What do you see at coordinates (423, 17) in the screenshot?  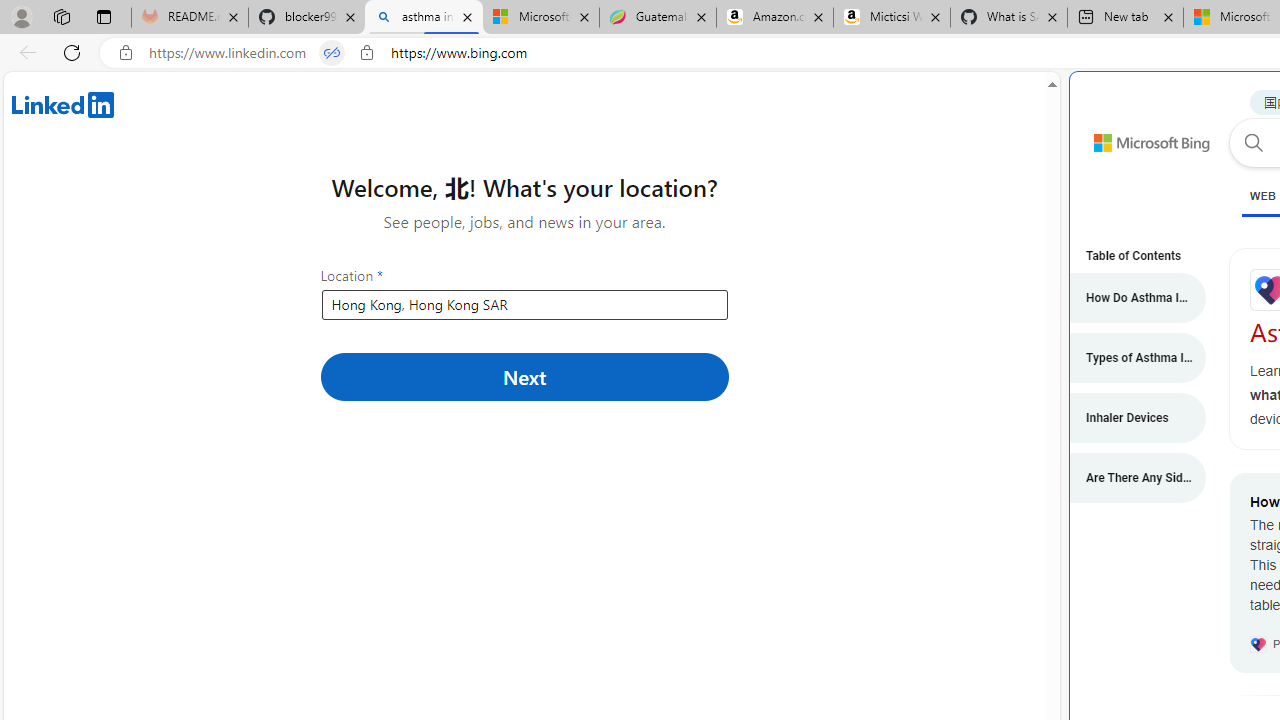 I see `'asthma inhaler - Search'` at bounding box center [423, 17].